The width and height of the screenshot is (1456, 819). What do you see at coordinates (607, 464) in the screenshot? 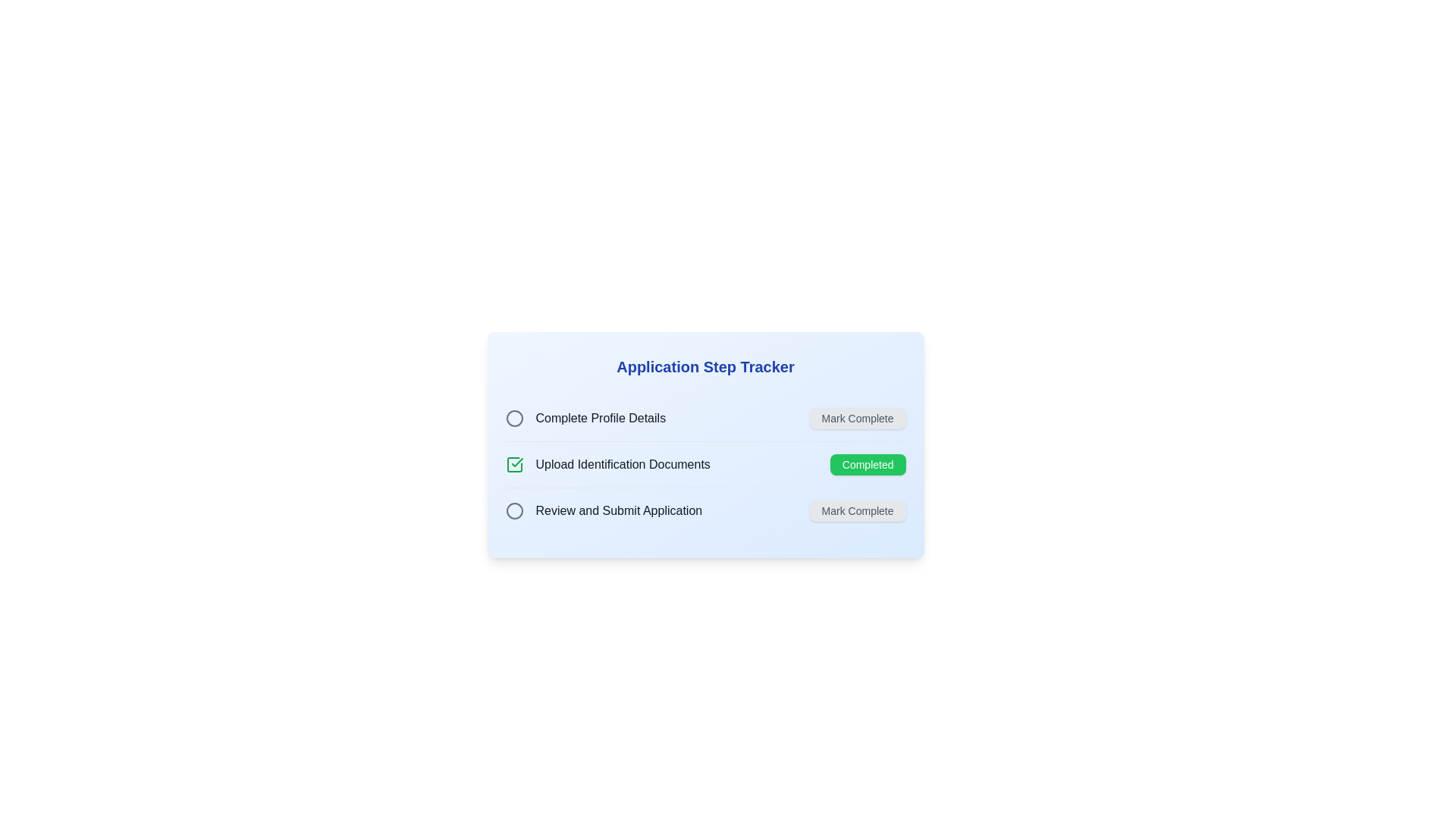
I see `the label indicating the status of the 'Upload Identification Documents' task in the process tracker, located below 'Complete Profile Details' and above 'Review and Submit Application'` at bounding box center [607, 464].